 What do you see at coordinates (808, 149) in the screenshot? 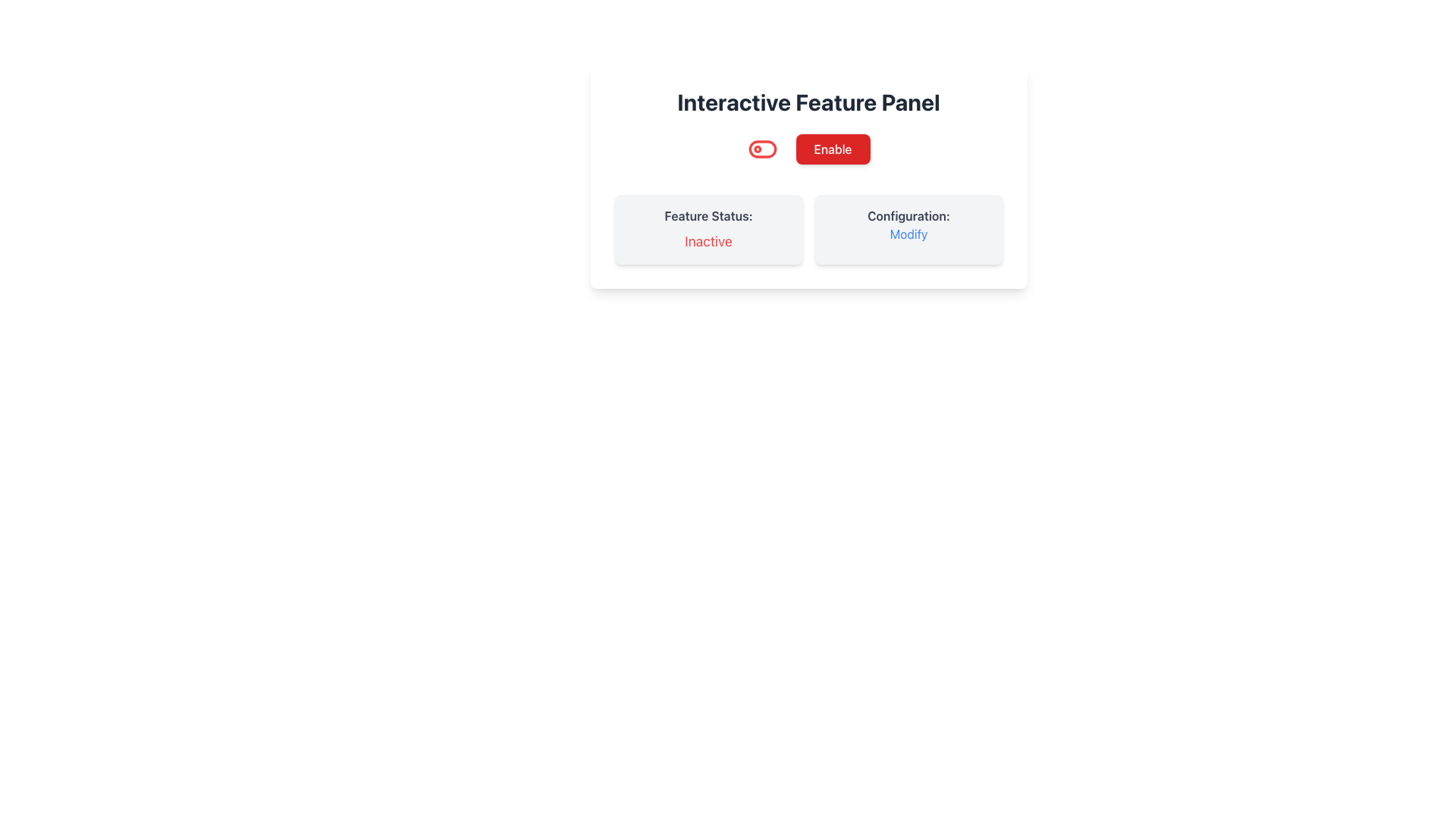
I see `the second button in the 'Interactive Feature Panel'` at bounding box center [808, 149].